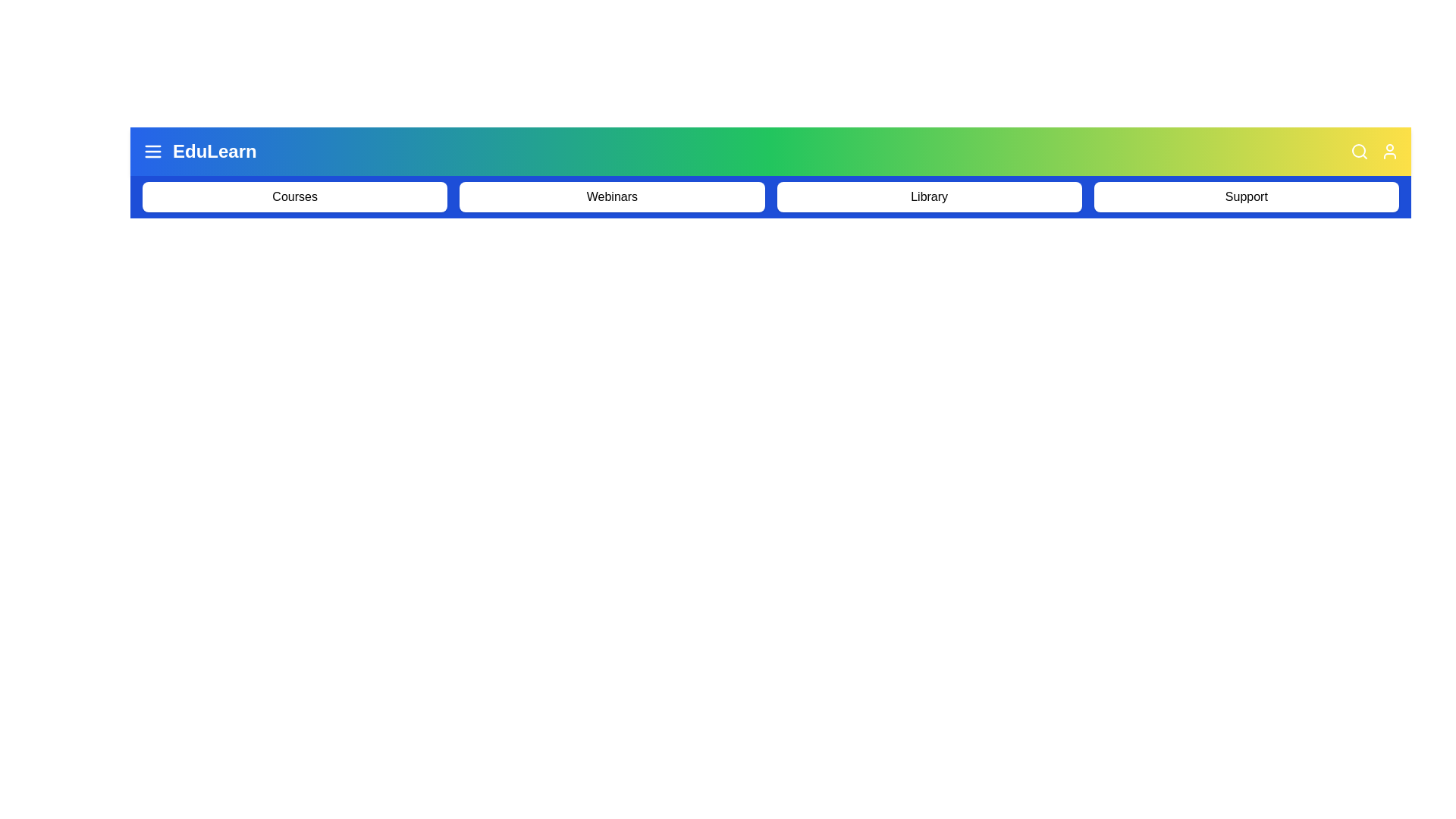 The width and height of the screenshot is (1456, 819). What do you see at coordinates (927, 196) in the screenshot?
I see `the menu item Library` at bounding box center [927, 196].